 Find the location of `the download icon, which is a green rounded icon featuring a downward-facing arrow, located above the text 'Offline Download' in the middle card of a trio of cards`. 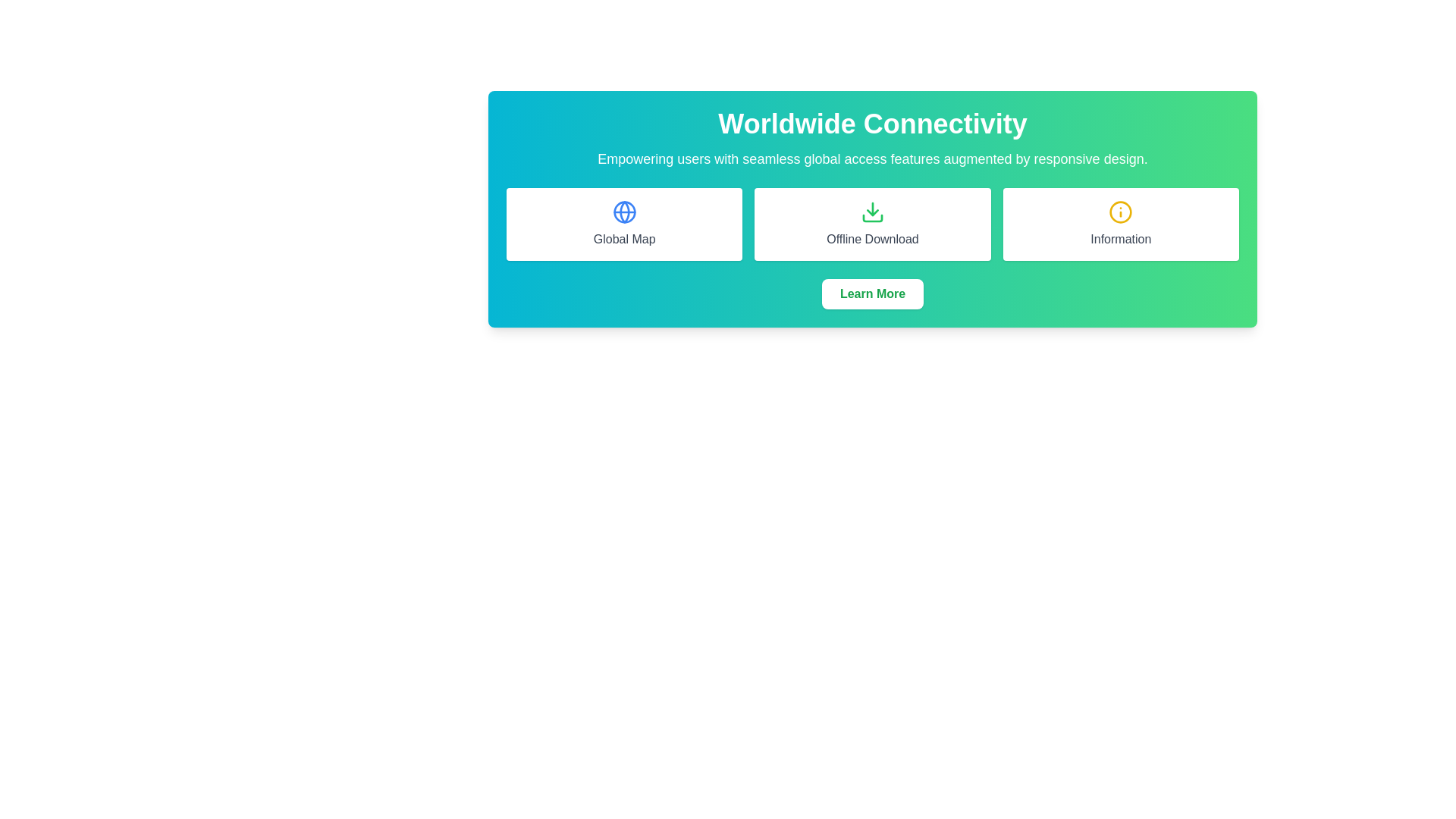

the download icon, which is a green rounded icon featuring a downward-facing arrow, located above the text 'Offline Download' in the middle card of a trio of cards is located at coordinates (873, 212).